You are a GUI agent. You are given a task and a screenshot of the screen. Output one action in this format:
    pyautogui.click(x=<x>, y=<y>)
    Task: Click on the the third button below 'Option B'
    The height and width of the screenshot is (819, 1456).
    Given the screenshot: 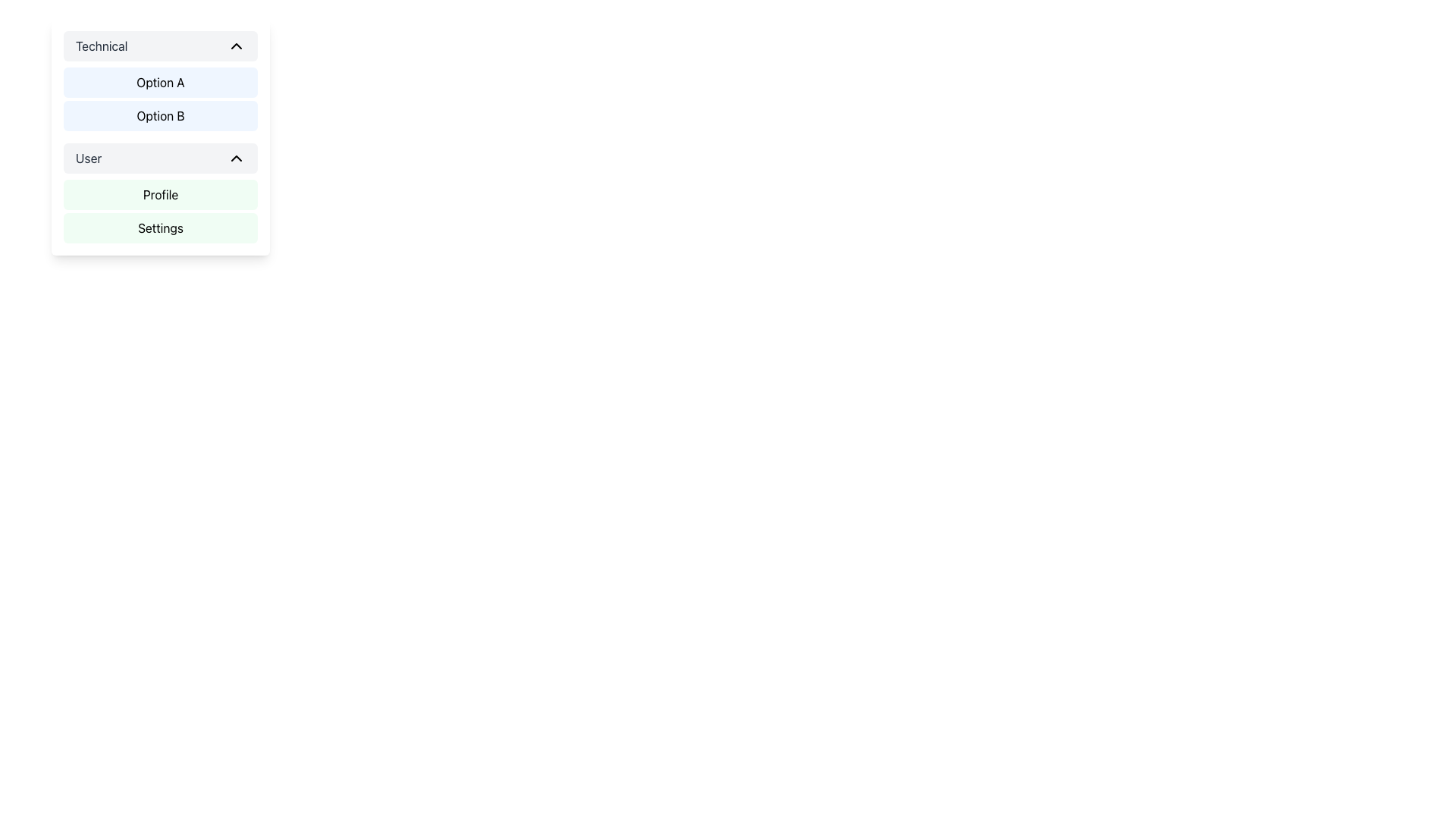 What is the action you would take?
    pyautogui.click(x=160, y=158)
    